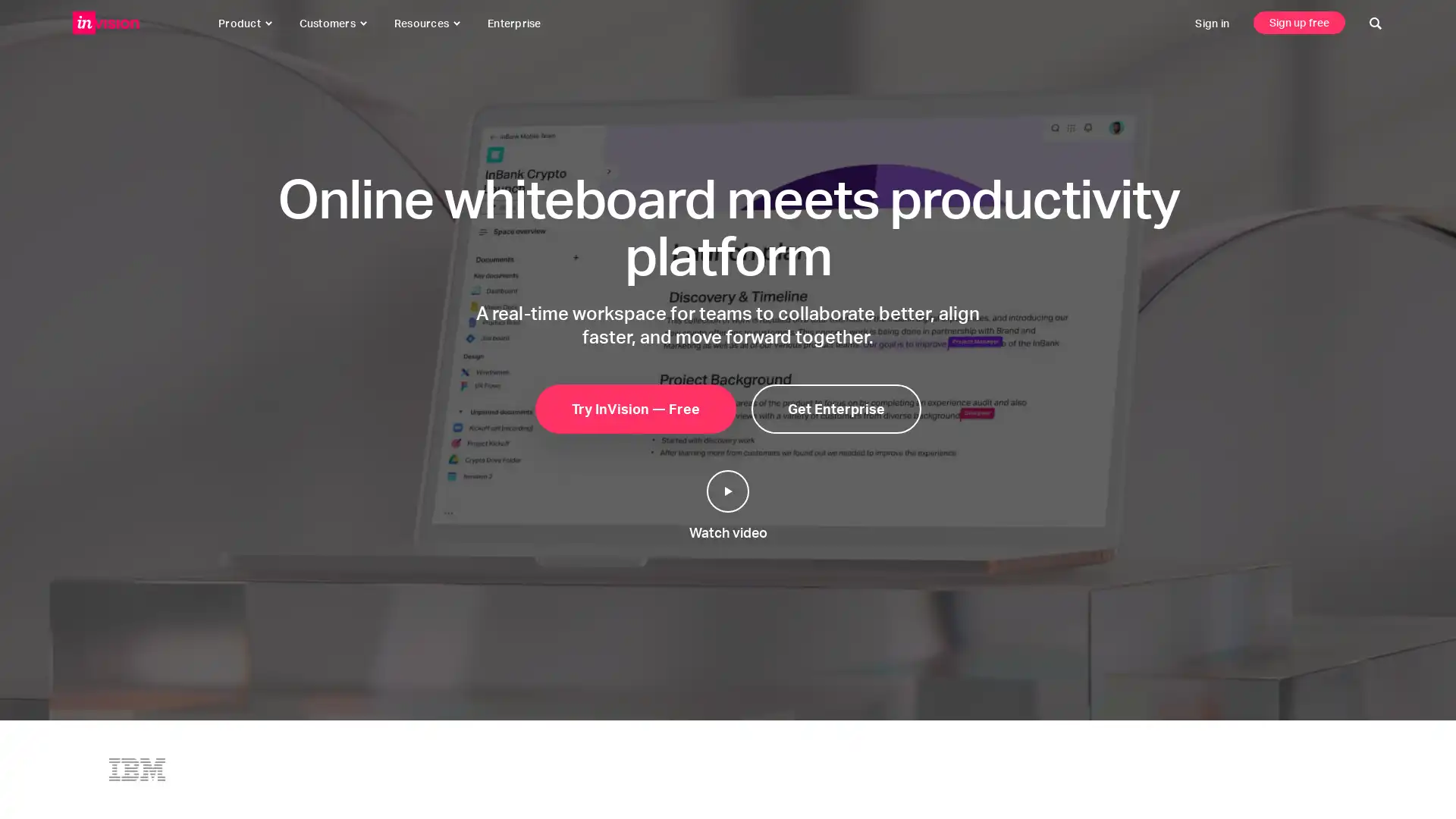 The height and width of the screenshot is (819, 1456). What do you see at coordinates (1373, 738) in the screenshot?
I see `click to close this message` at bounding box center [1373, 738].